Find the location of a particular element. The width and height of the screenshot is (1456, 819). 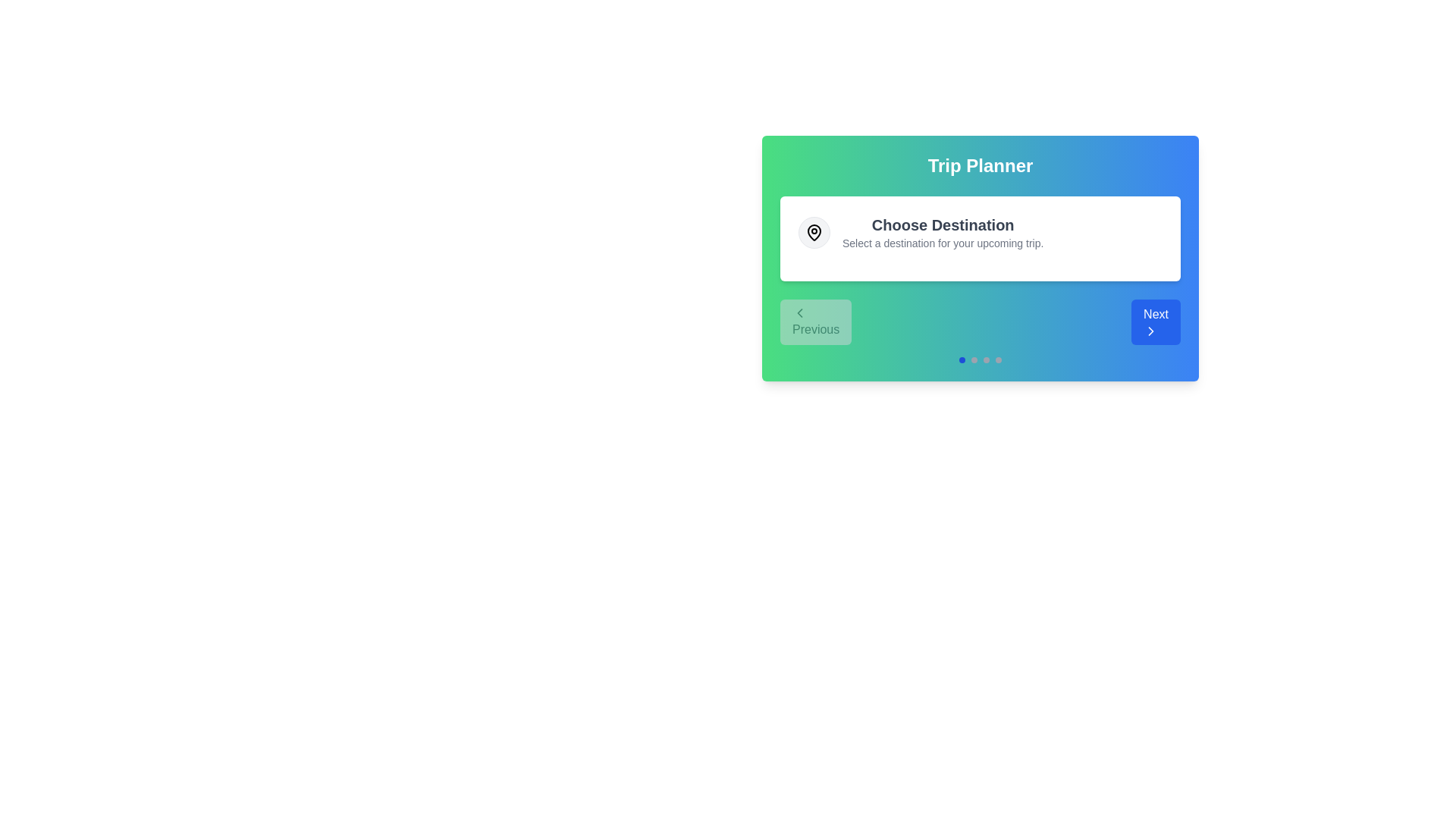

the icon located at the top-left corner of the rectangular card layout containing the texts 'Choose Destination' and 'Select a destination for your upcoming trip.' is located at coordinates (814, 233).